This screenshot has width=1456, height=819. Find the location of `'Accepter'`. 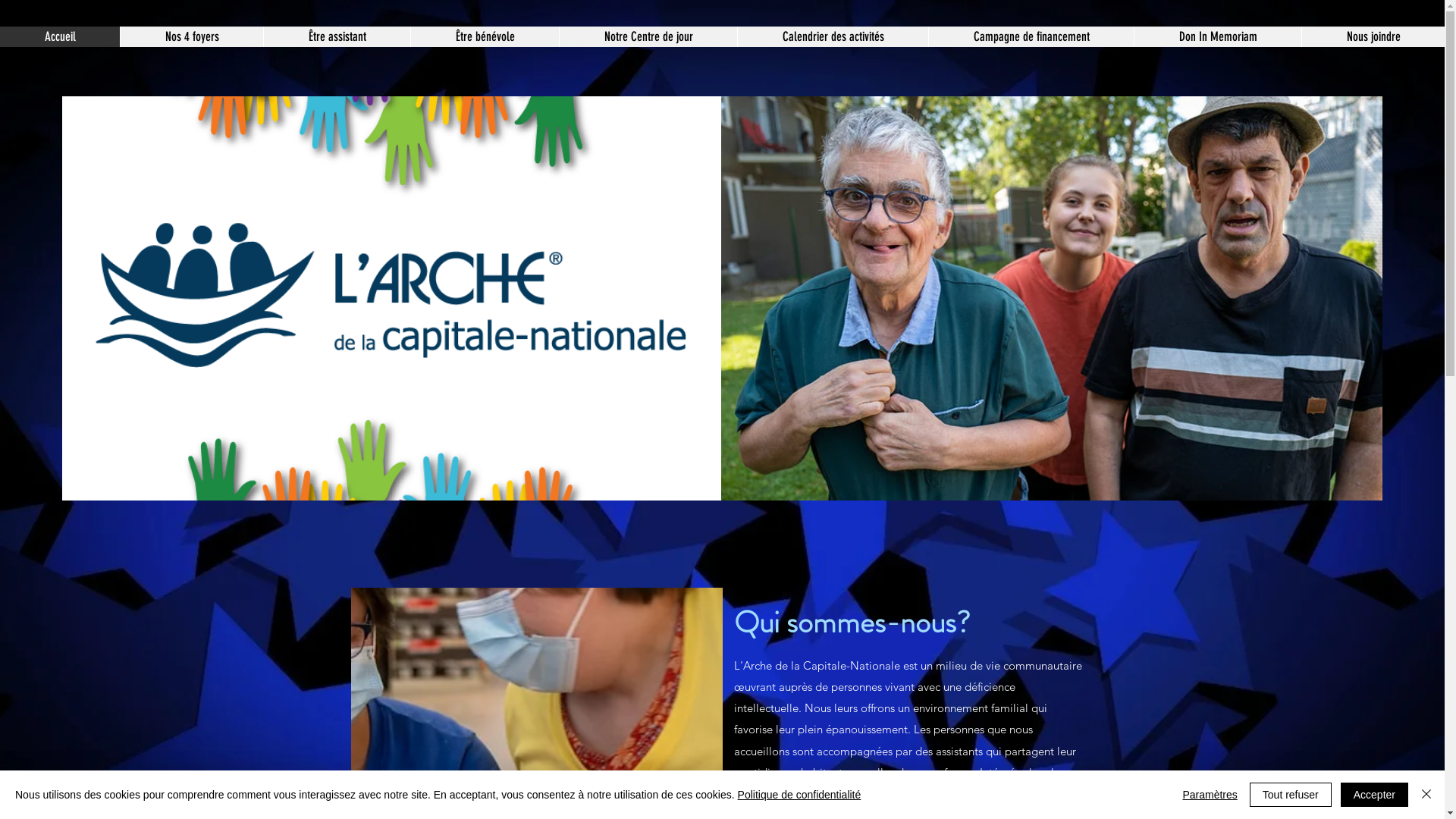

'Accepter' is located at coordinates (1340, 794).